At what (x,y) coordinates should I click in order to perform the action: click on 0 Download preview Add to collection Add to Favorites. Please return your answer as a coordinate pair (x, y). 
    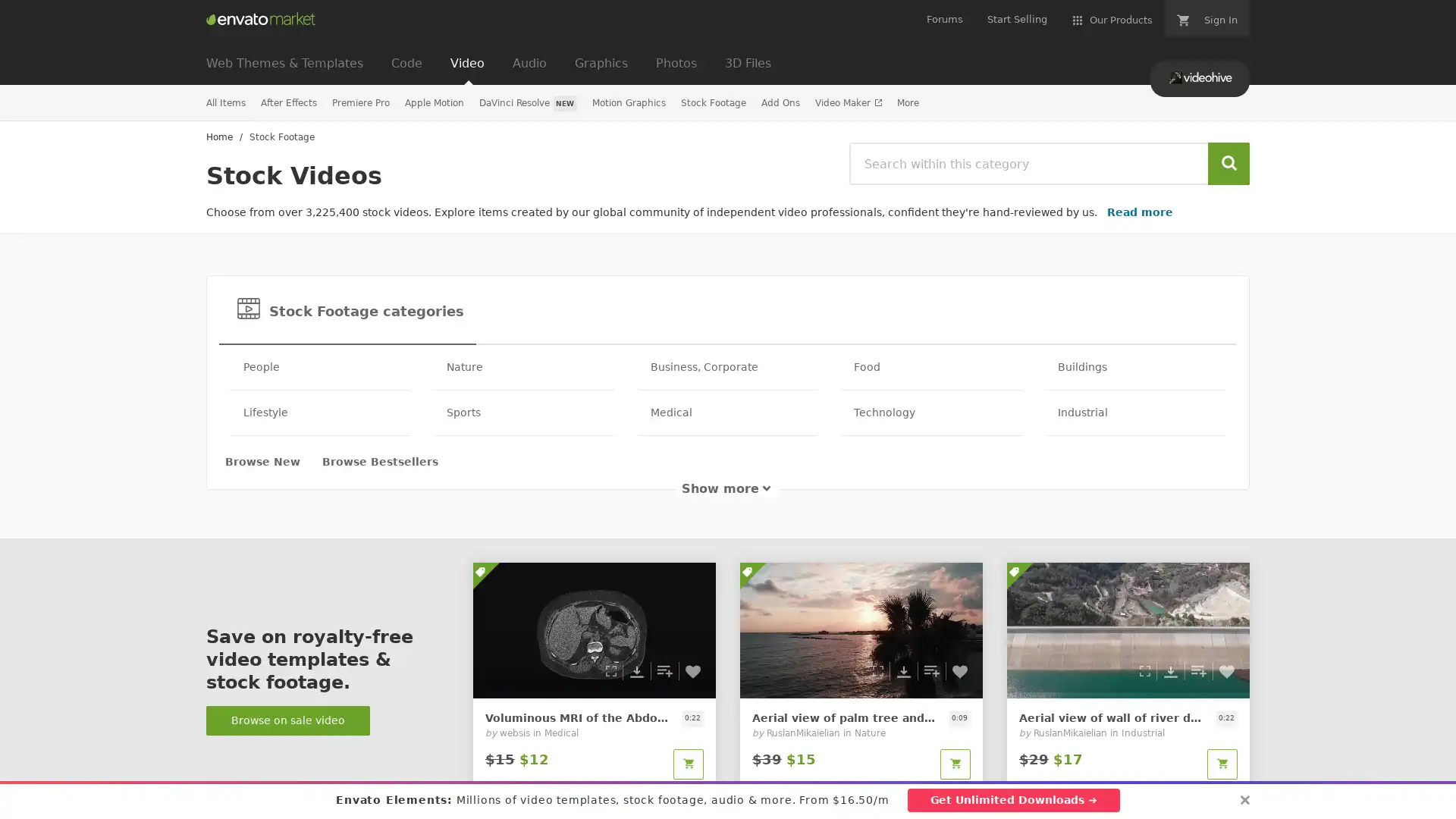
    Looking at the image, I should click on (593, 630).